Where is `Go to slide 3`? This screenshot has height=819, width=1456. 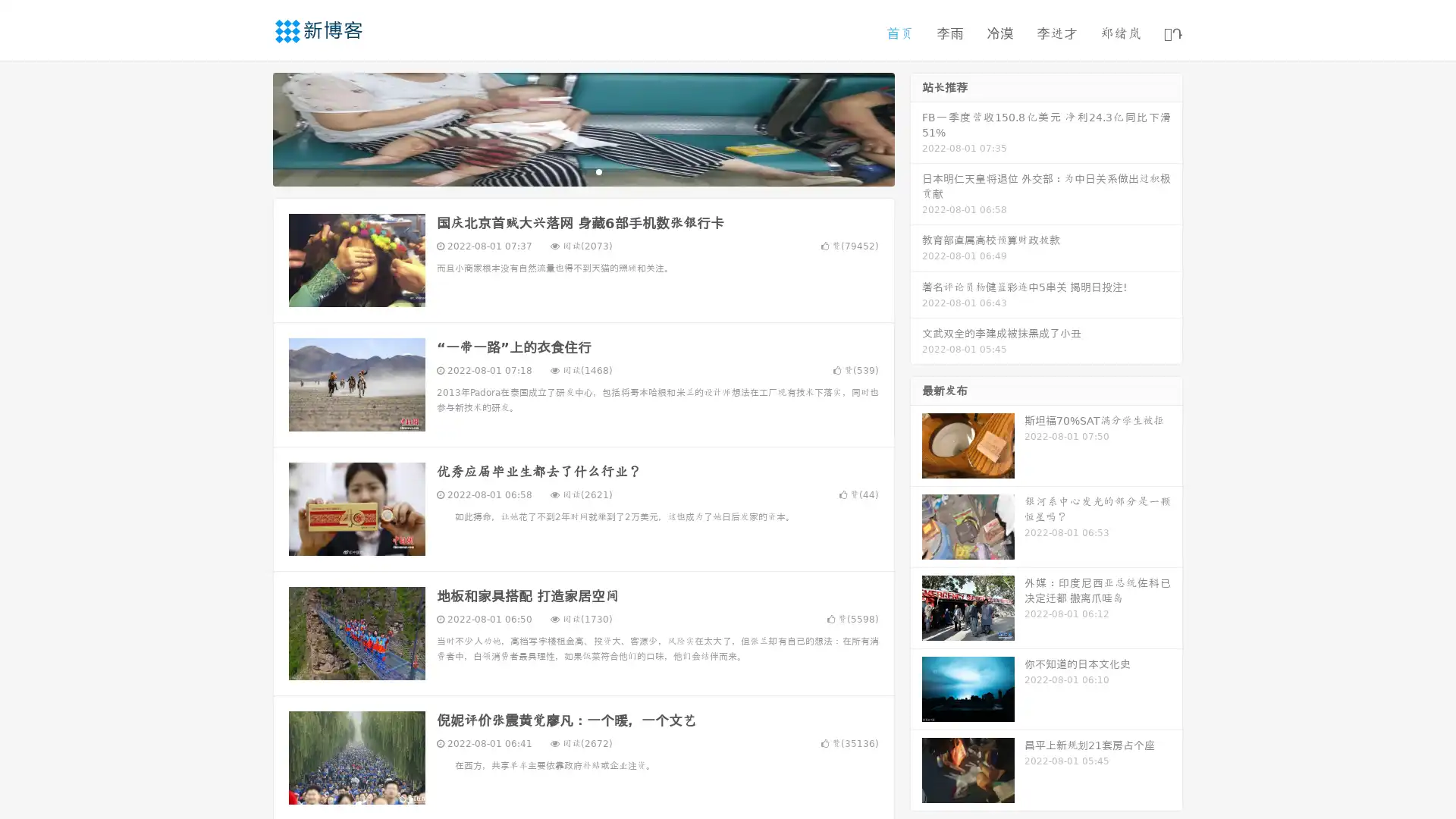 Go to slide 3 is located at coordinates (598, 171).